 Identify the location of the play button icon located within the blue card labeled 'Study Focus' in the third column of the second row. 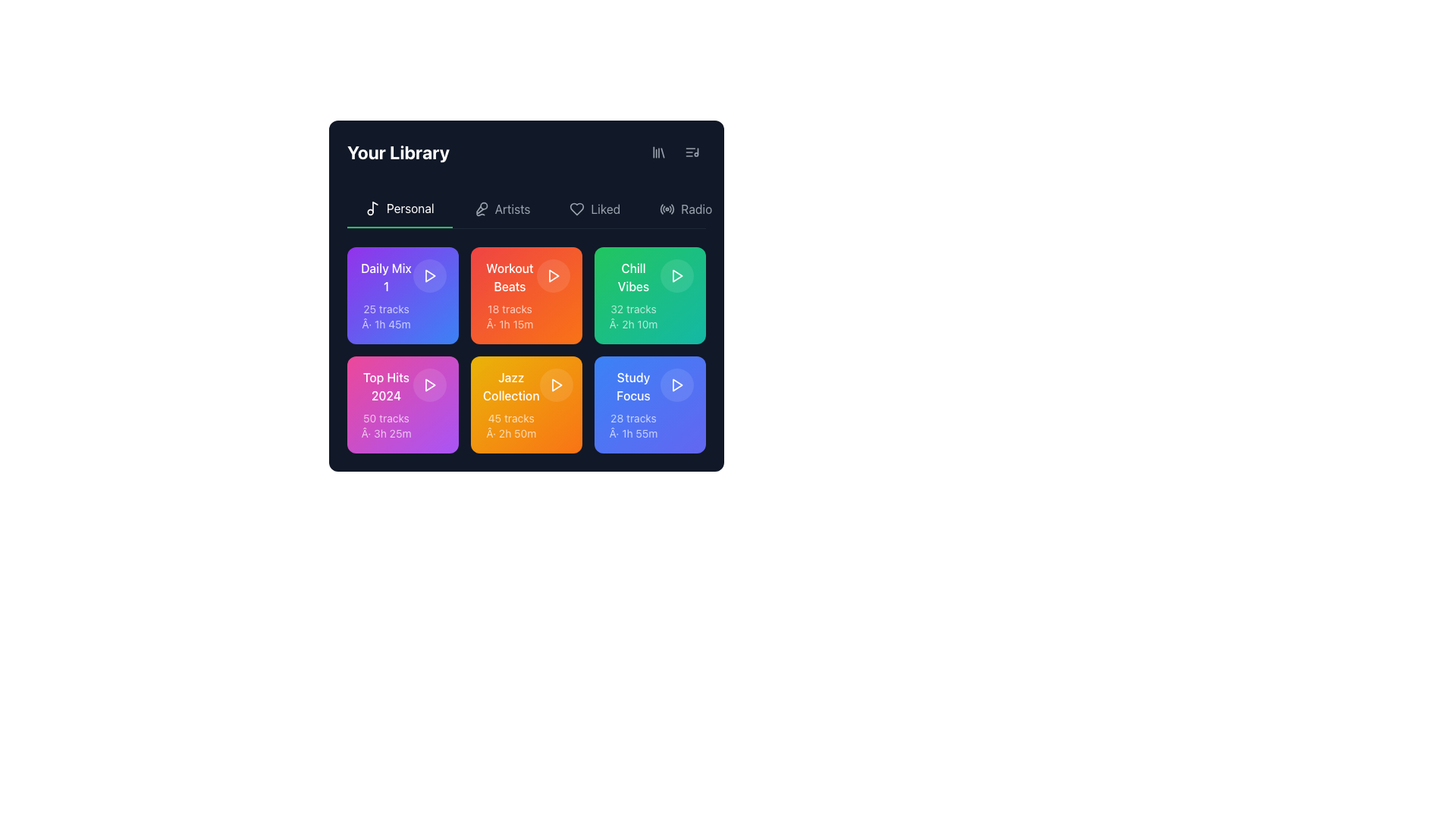
(676, 384).